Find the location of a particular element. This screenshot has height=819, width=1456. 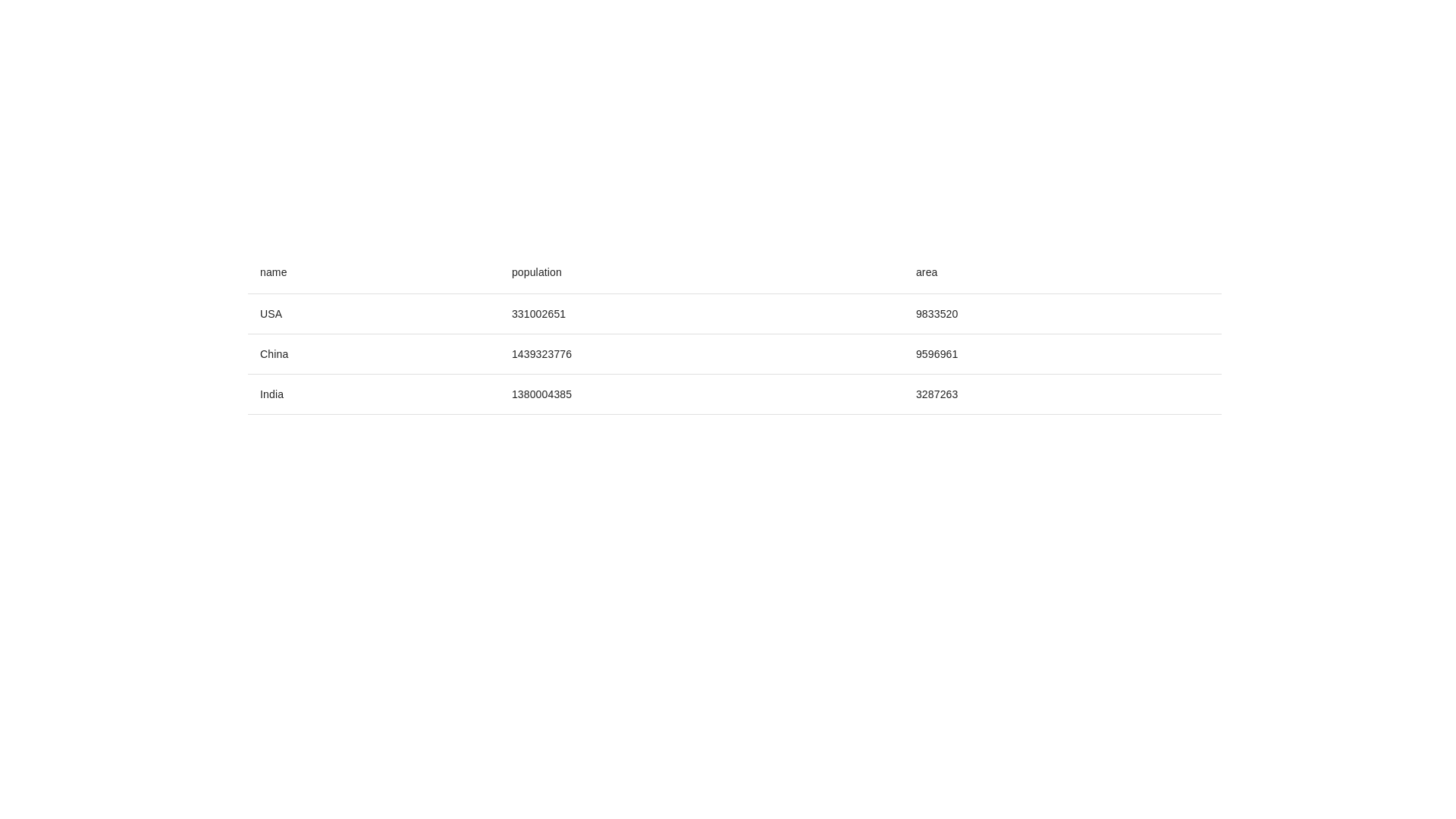

the table cell displaying the country name 'India', which is the first cell in the leftmost column of a data table is located at coordinates (373, 394).